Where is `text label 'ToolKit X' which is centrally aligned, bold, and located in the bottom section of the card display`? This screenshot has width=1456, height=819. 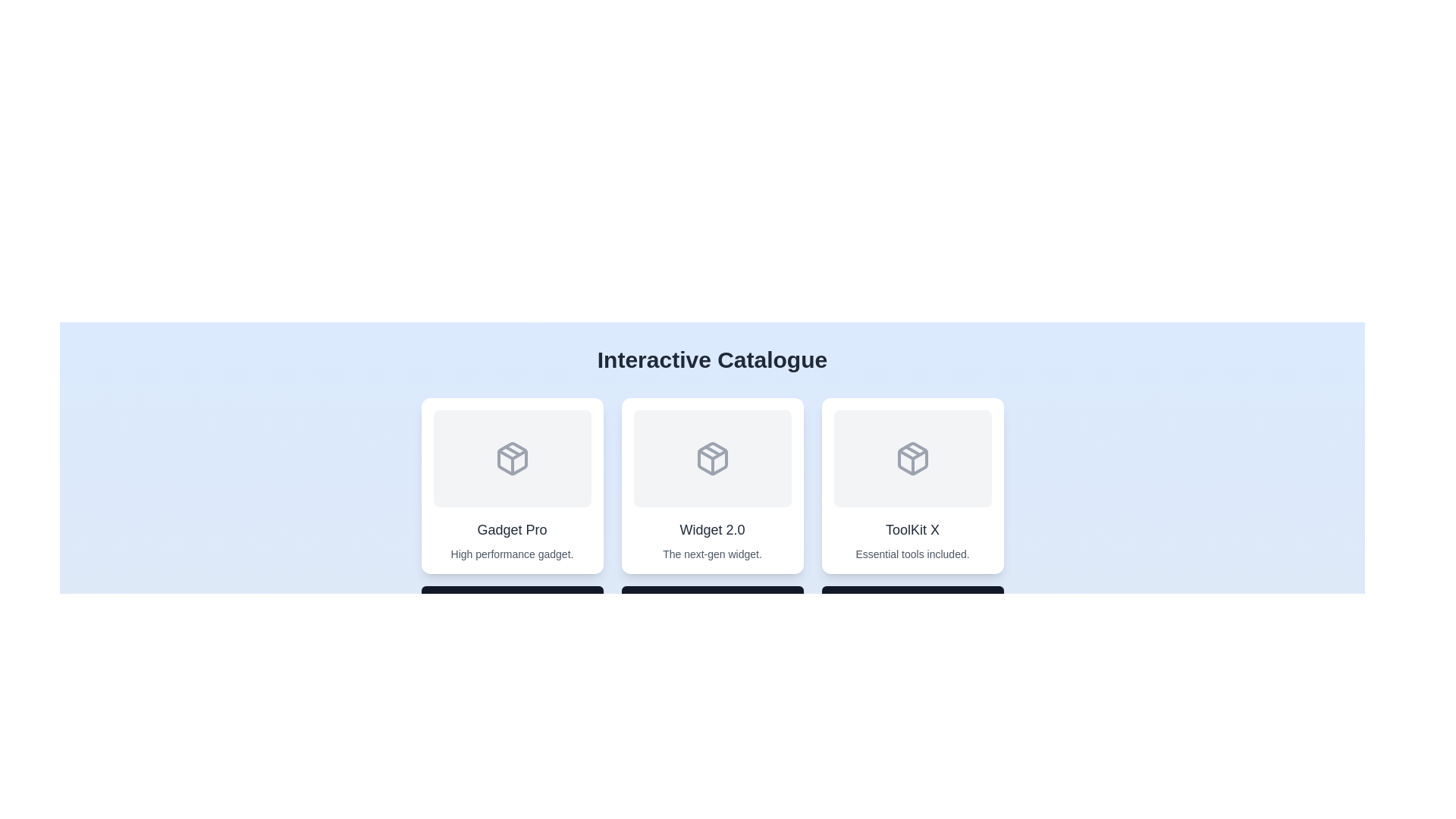
text label 'ToolKit X' which is centrally aligned, bold, and located in the bottom section of the card display is located at coordinates (912, 529).